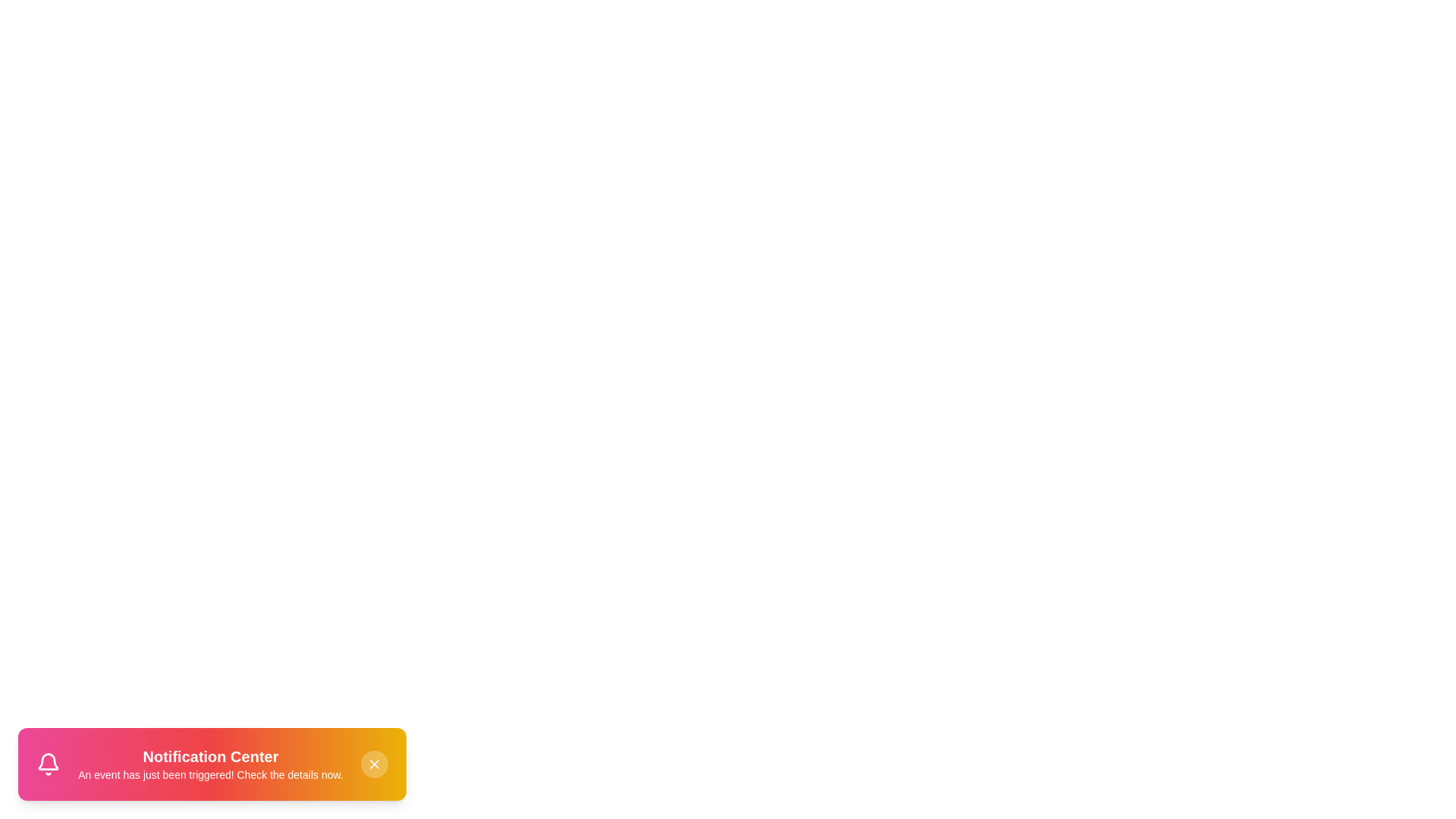 This screenshot has width=1456, height=819. I want to click on the close button to toggle the visibility of the notification panel, so click(375, 764).